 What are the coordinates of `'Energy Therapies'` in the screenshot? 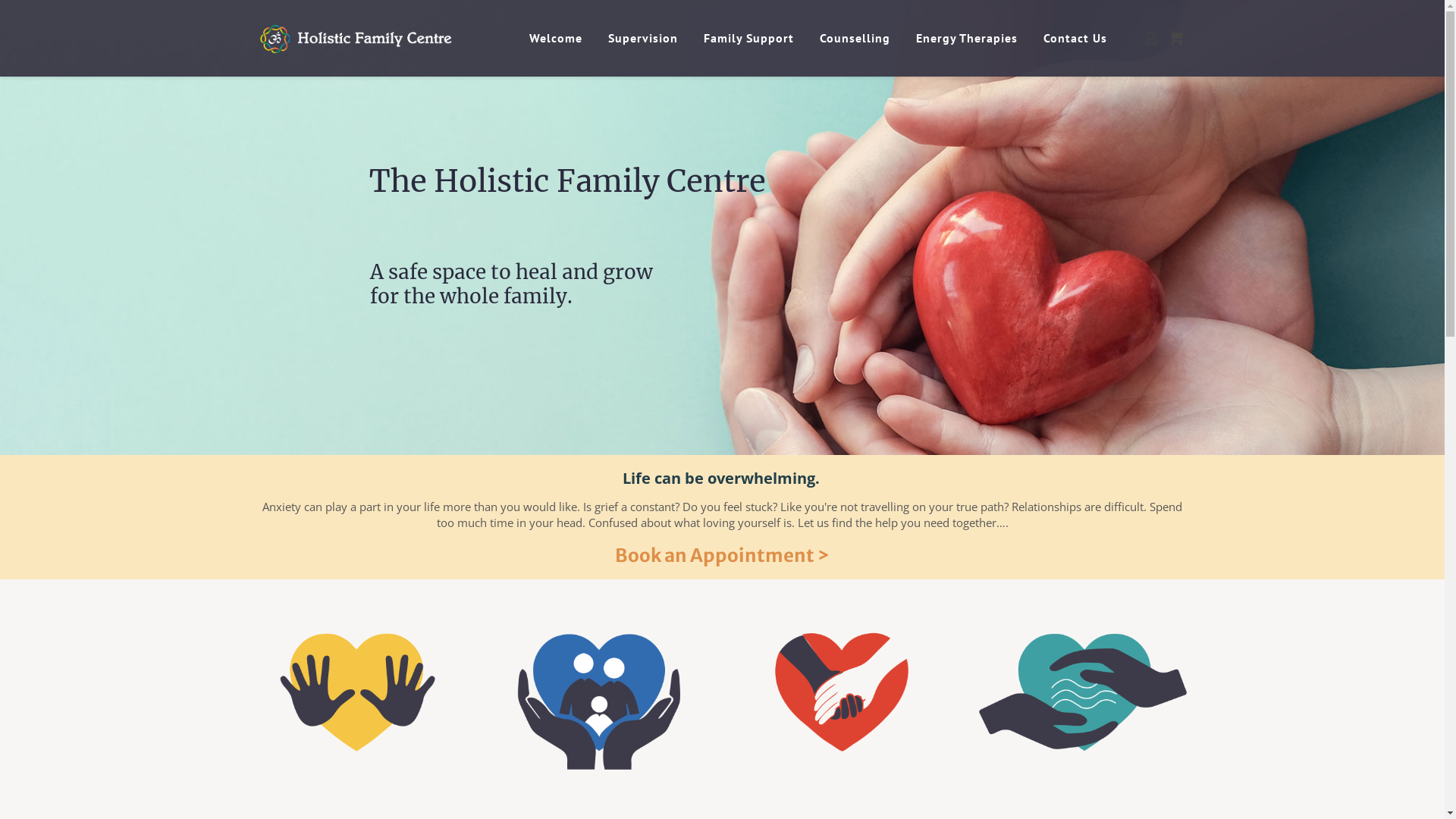 It's located at (968, 37).